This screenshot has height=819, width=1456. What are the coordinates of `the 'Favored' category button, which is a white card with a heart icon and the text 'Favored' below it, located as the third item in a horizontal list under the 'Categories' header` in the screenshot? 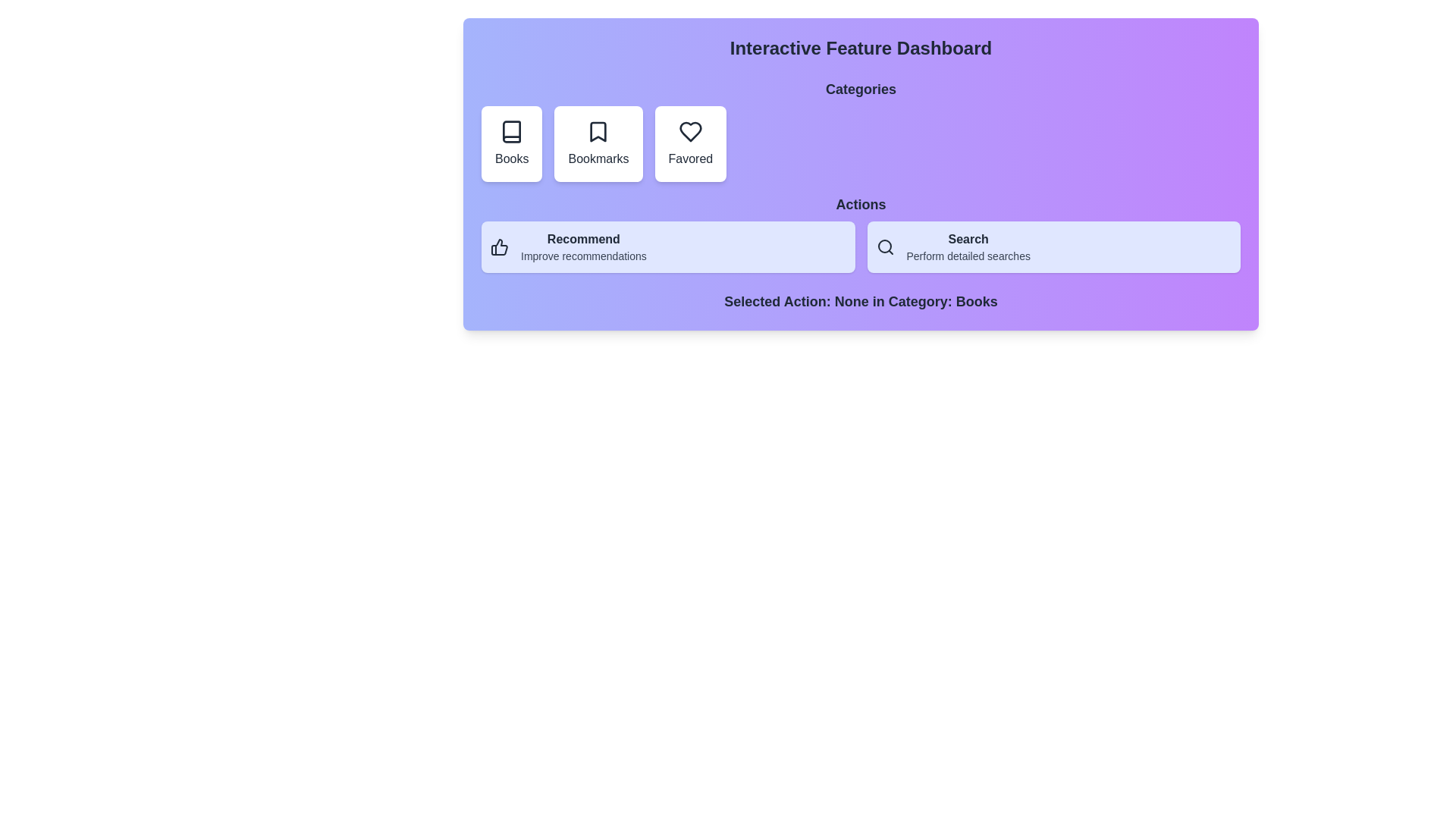 It's located at (689, 143).